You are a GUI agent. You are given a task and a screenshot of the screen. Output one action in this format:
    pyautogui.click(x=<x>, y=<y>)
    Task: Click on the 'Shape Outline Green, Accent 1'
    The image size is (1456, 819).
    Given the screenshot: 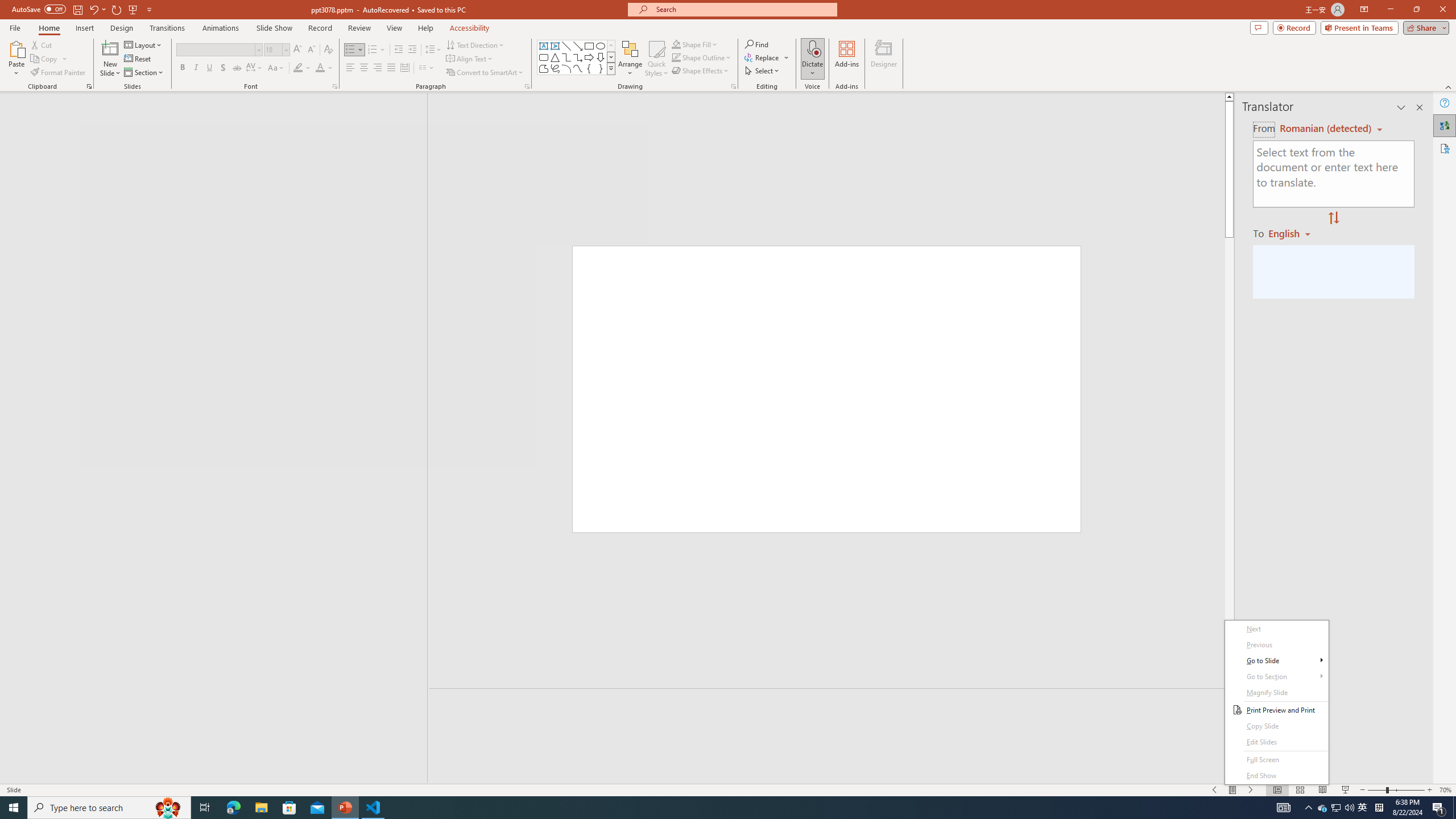 What is the action you would take?
    pyautogui.click(x=676, y=56)
    